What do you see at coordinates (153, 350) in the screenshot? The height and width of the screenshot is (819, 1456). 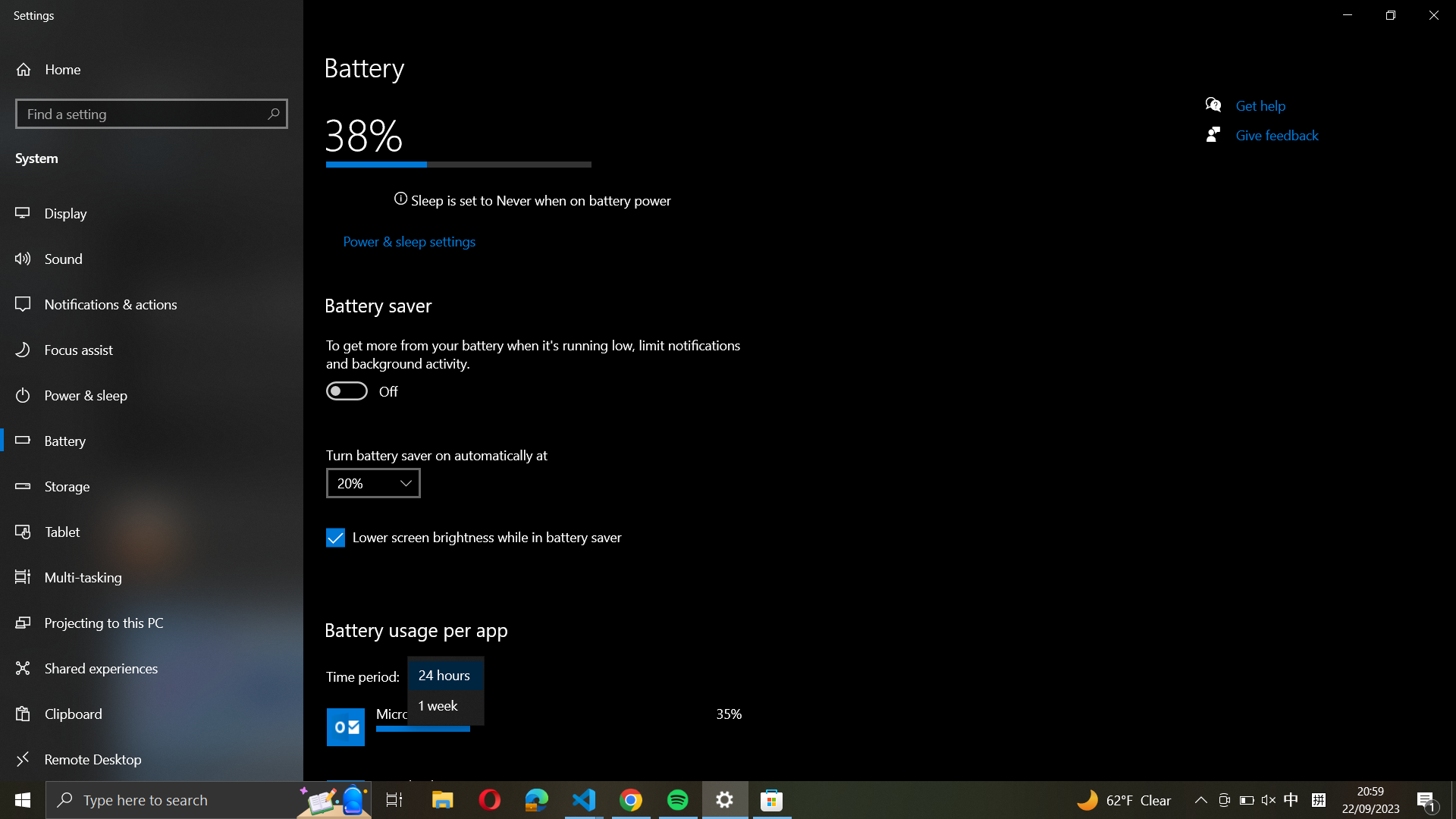 I see `the Focus assist settings from the left sidebar` at bounding box center [153, 350].